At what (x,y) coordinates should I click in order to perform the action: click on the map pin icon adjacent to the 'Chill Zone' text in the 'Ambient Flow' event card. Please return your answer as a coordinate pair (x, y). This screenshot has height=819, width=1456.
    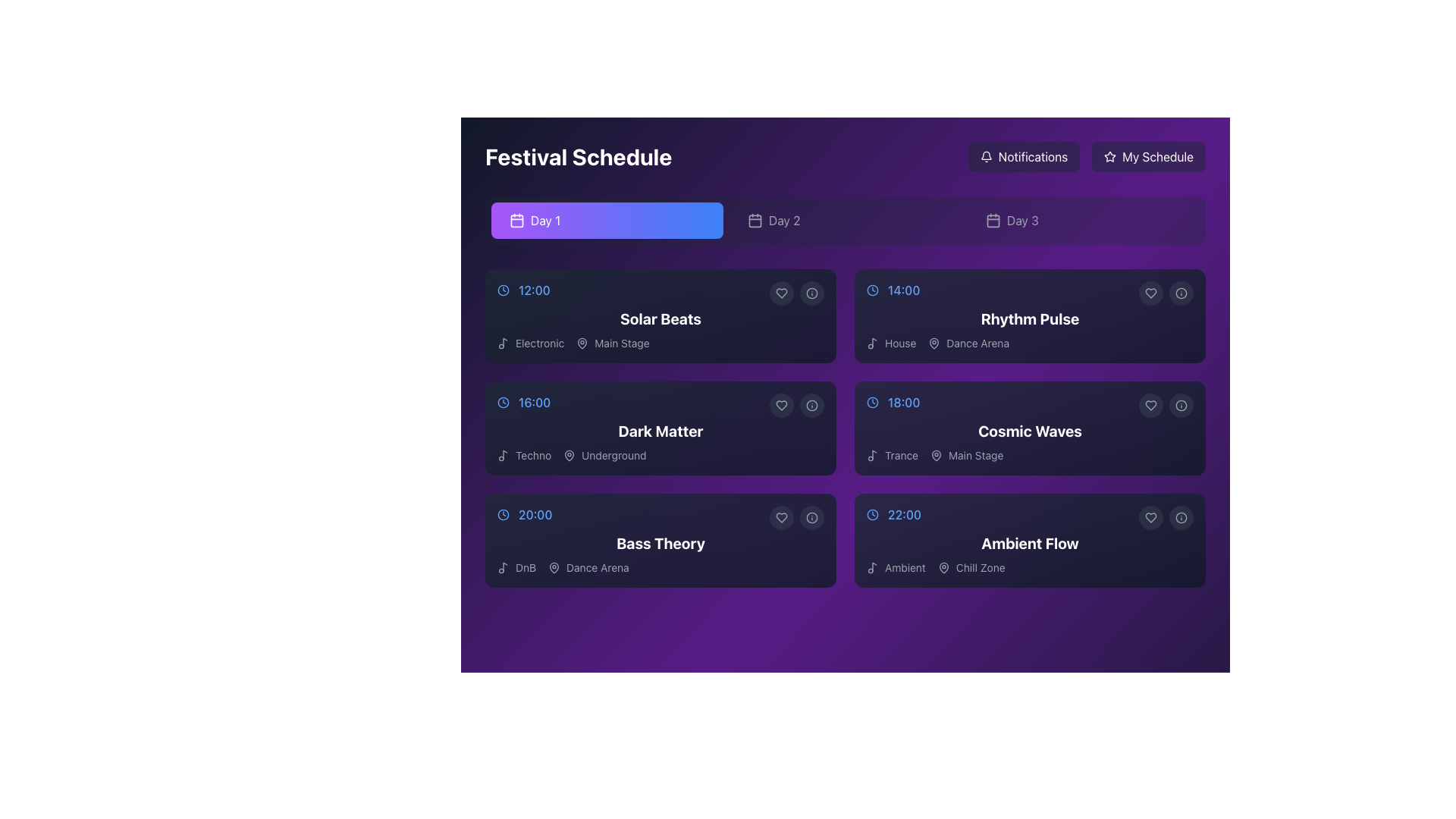
    Looking at the image, I should click on (943, 567).